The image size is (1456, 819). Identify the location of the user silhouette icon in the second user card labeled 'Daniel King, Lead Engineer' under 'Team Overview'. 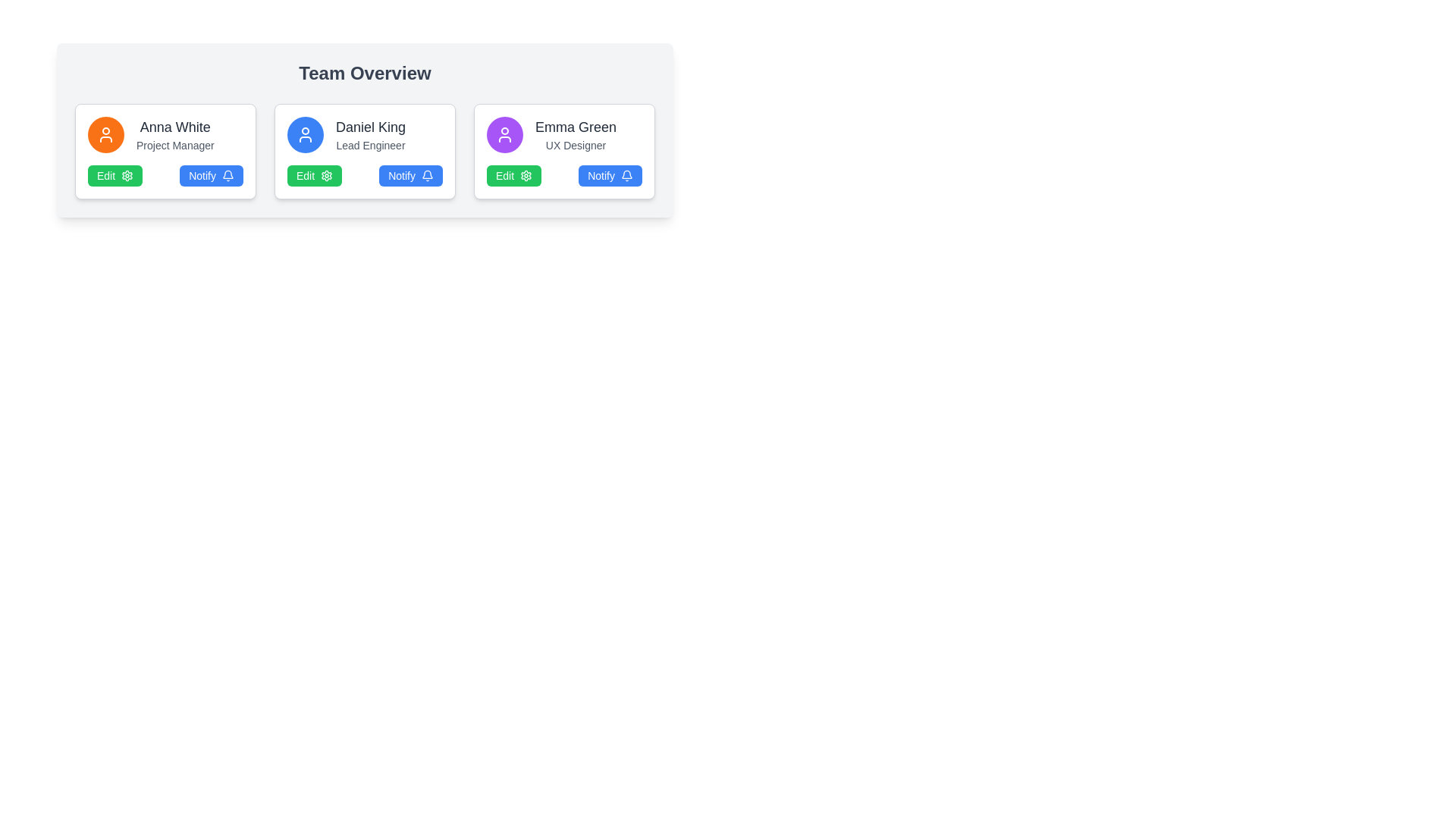
(305, 133).